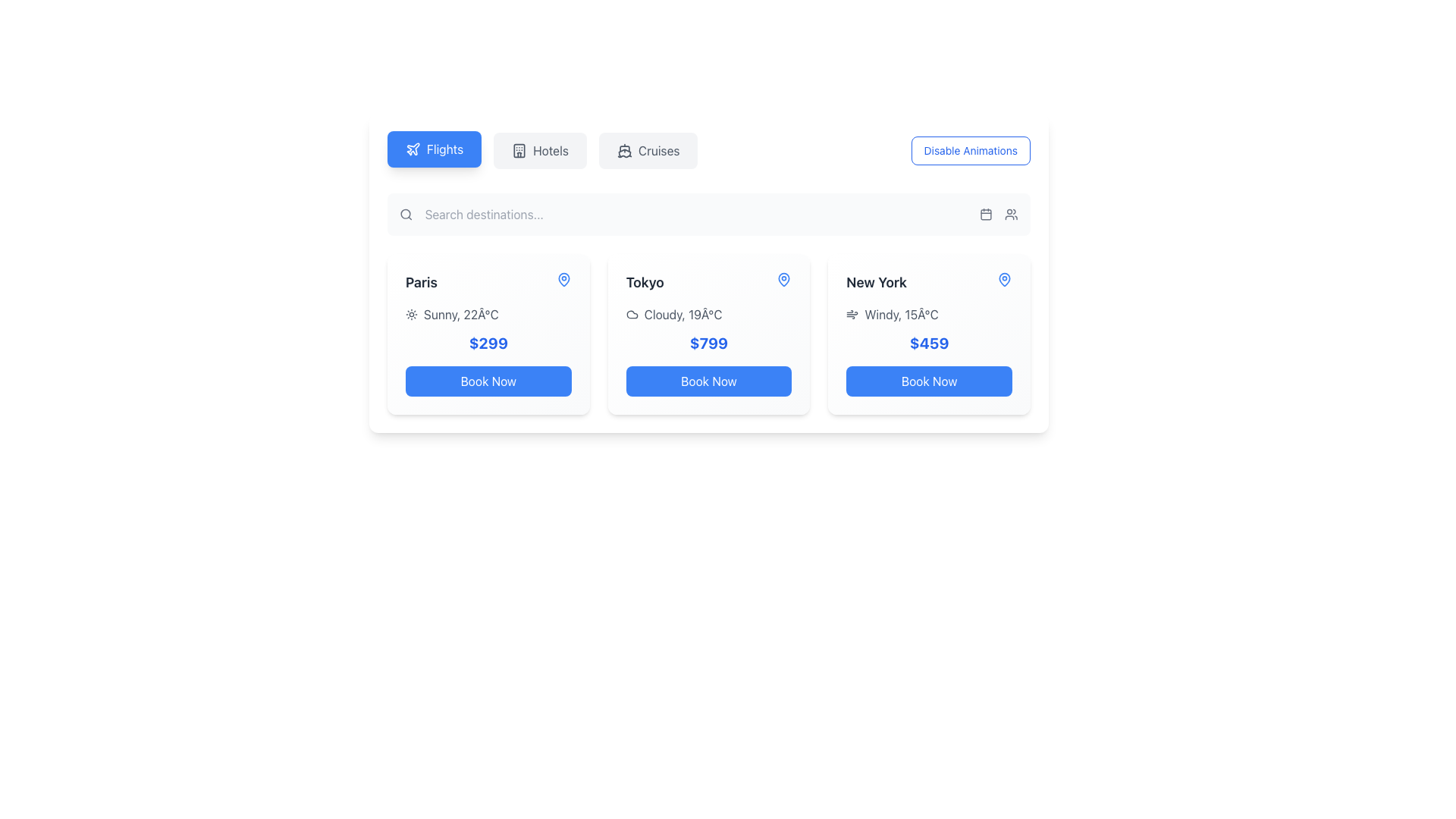  What do you see at coordinates (902, 314) in the screenshot?
I see `text content of the weather information label indicating windy weather and a temperature of 15Â°C for New York, located below the New York title and above the price section` at bounding box center [902, 314].